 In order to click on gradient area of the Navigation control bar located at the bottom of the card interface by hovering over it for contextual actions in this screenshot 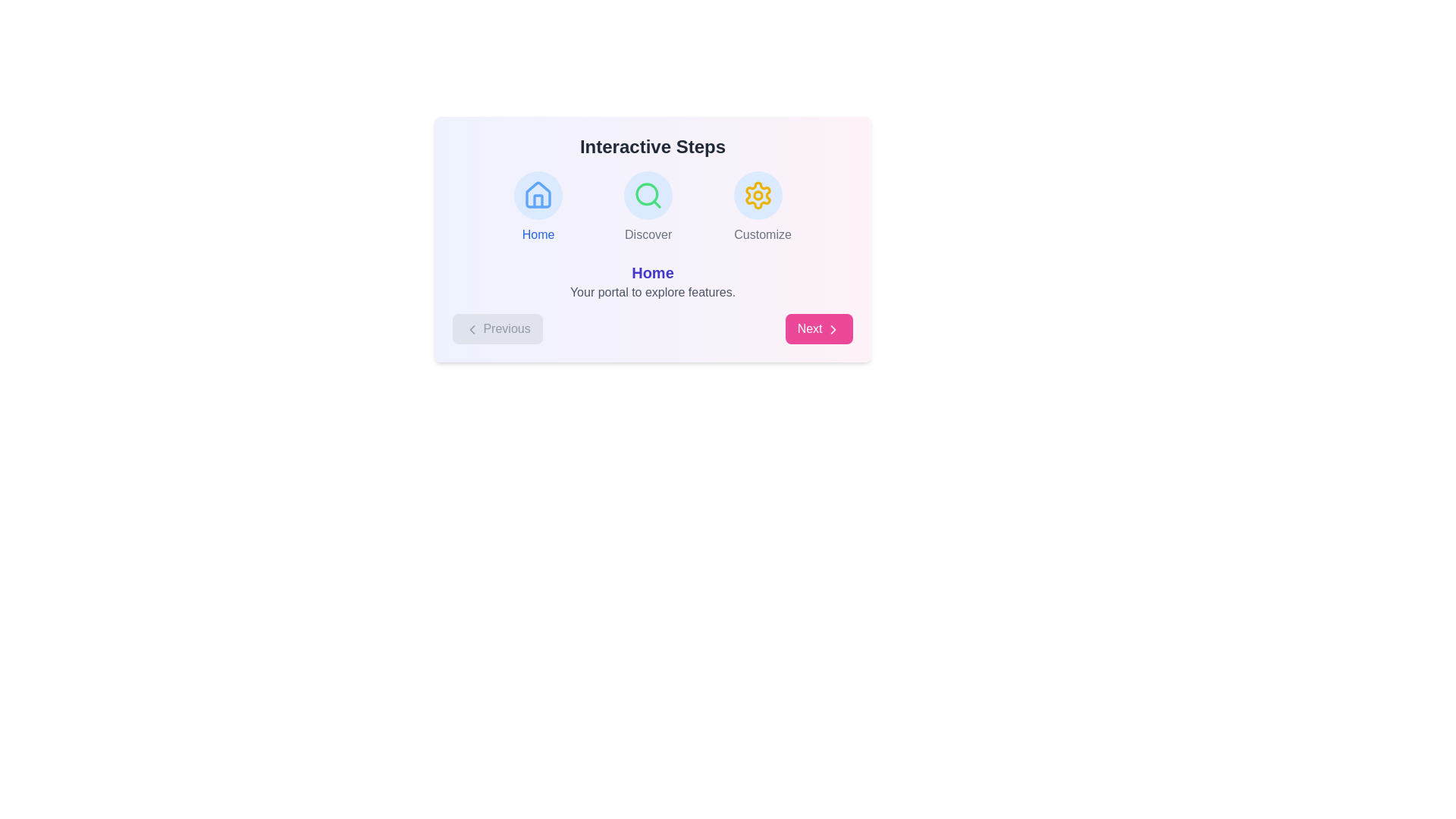, I will do `click(652, 328)`.